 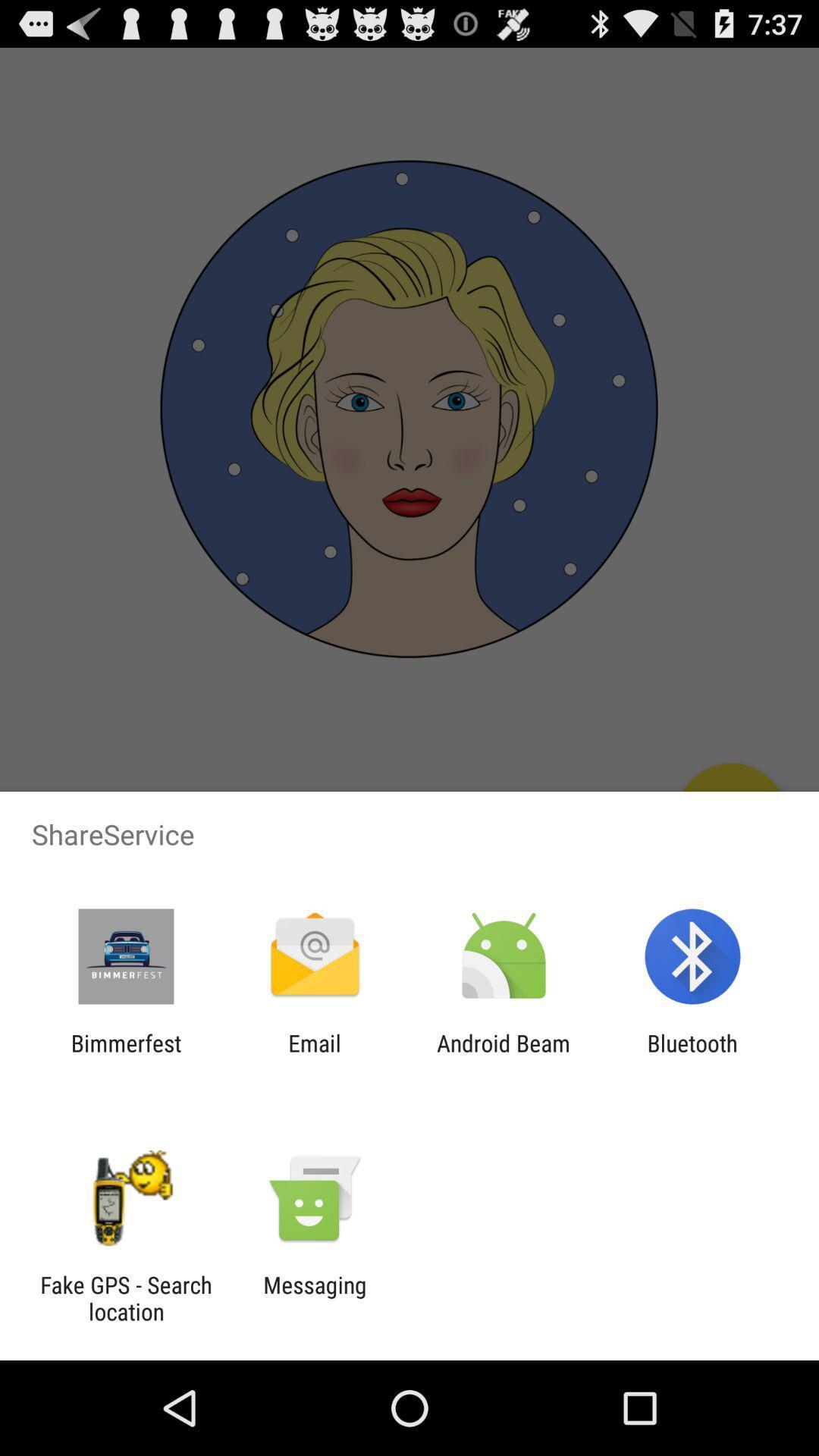 What do you see at coordinates (504, 1056) in the screenshot?
I see `icon to the right of the email icon` at bounding box center [504, 1056].